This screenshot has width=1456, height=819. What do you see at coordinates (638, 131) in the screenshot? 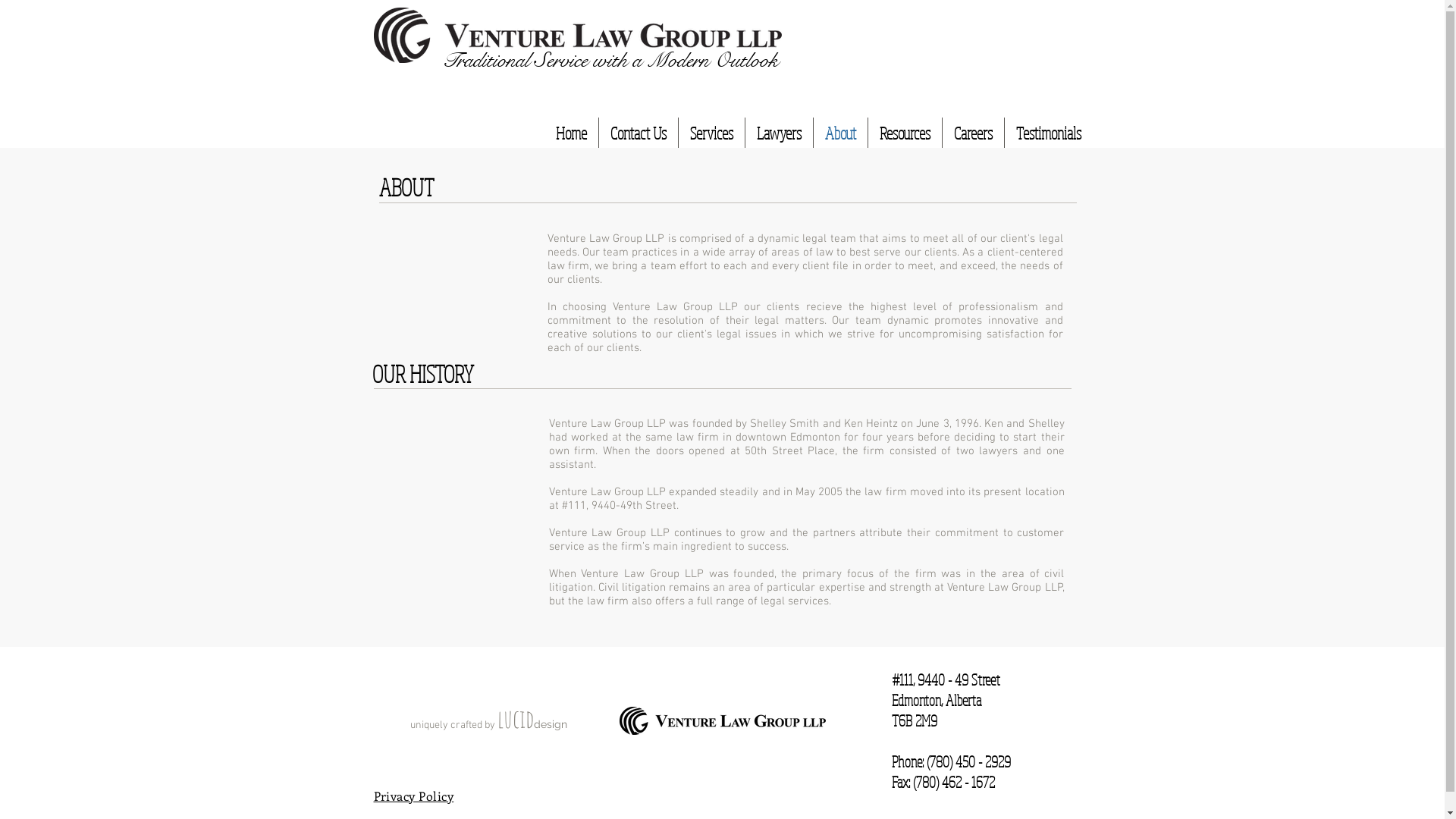
I see `'Contact Us'` at bounding box center [638, 131].